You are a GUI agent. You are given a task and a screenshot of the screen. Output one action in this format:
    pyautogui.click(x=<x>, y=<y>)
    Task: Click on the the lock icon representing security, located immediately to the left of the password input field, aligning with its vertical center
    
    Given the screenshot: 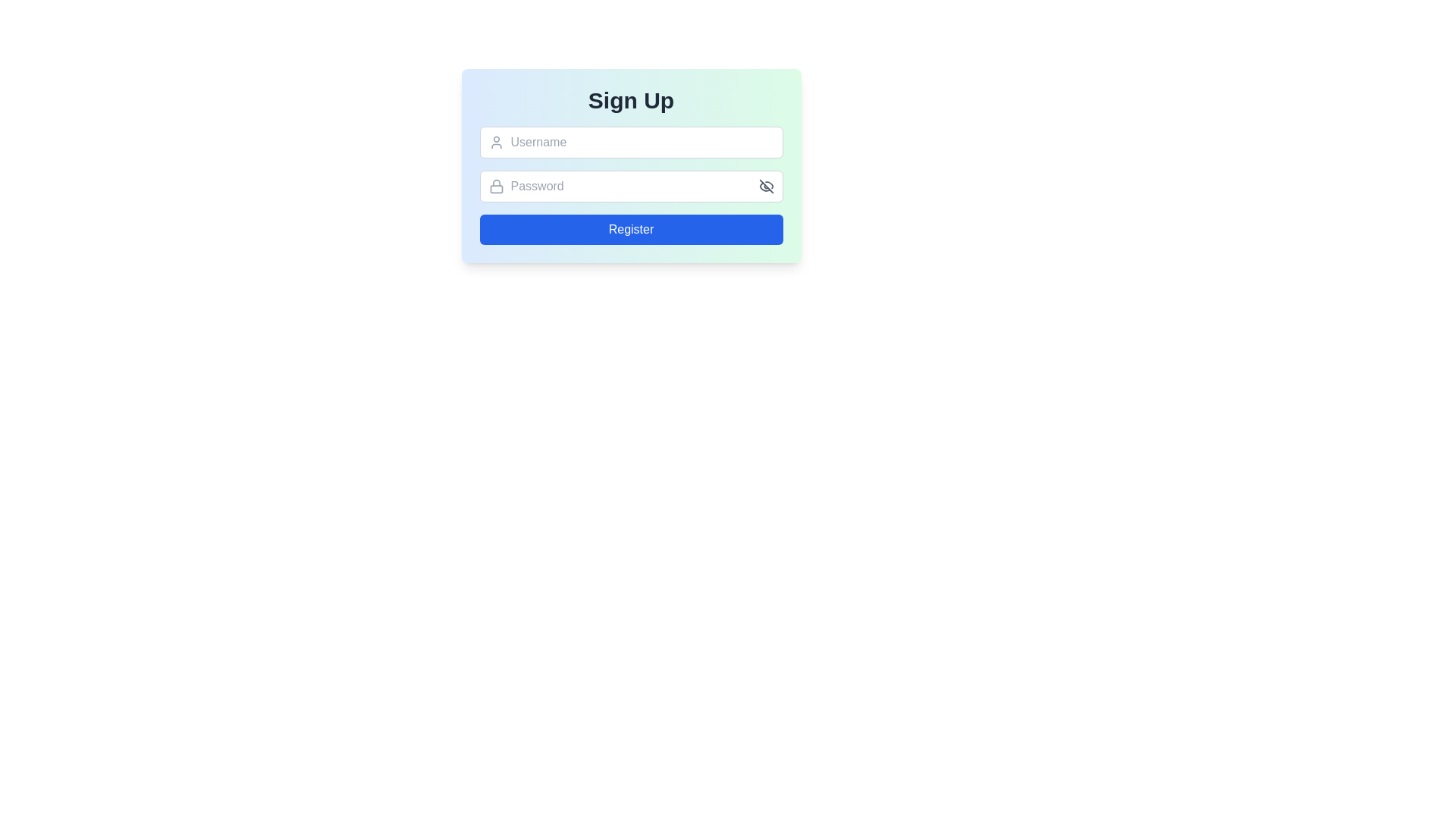 What is the action you would take?
    pyautogui.click(x=496, y=186)
    